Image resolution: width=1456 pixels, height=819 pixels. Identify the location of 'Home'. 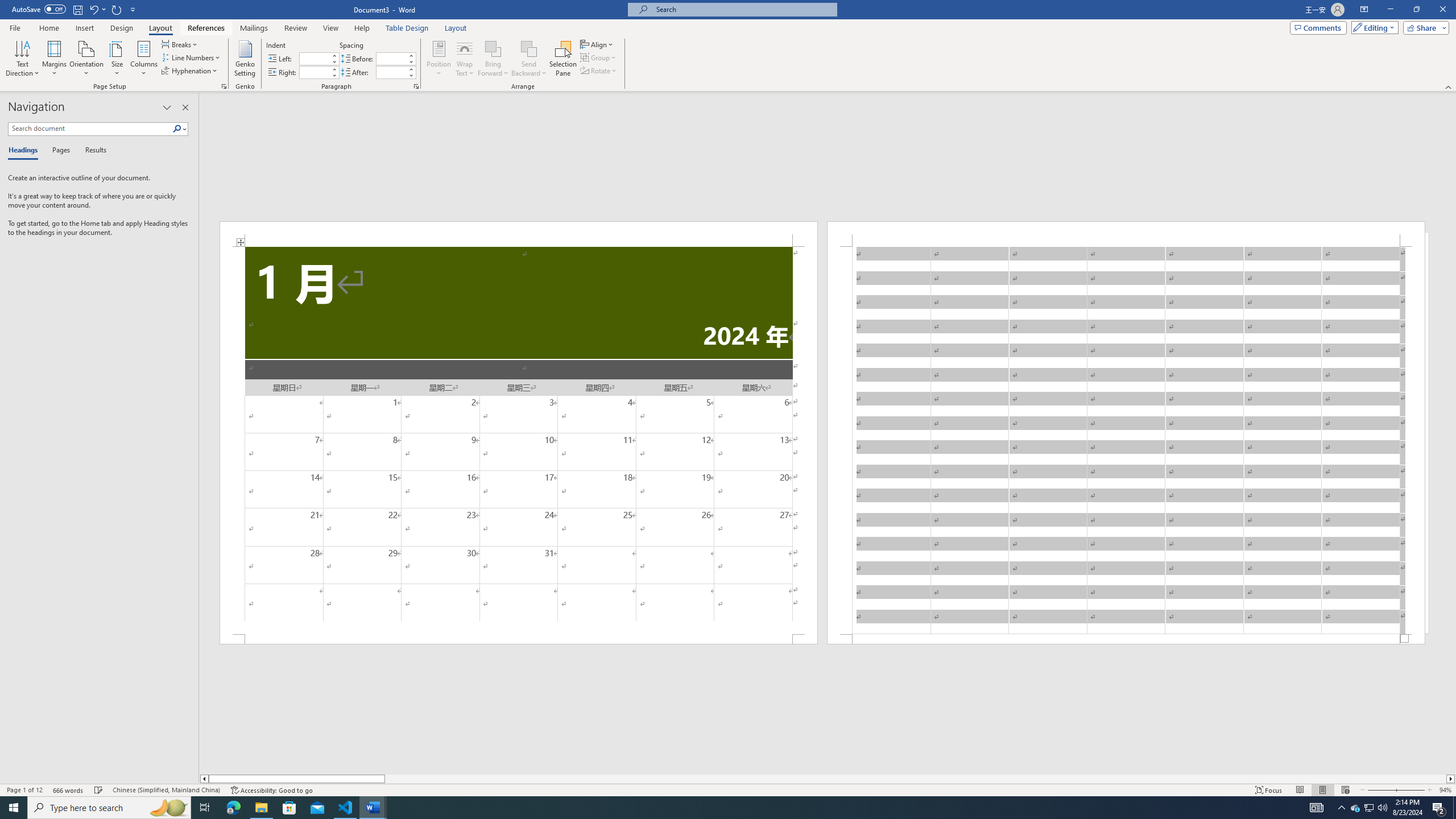
(48, 28).